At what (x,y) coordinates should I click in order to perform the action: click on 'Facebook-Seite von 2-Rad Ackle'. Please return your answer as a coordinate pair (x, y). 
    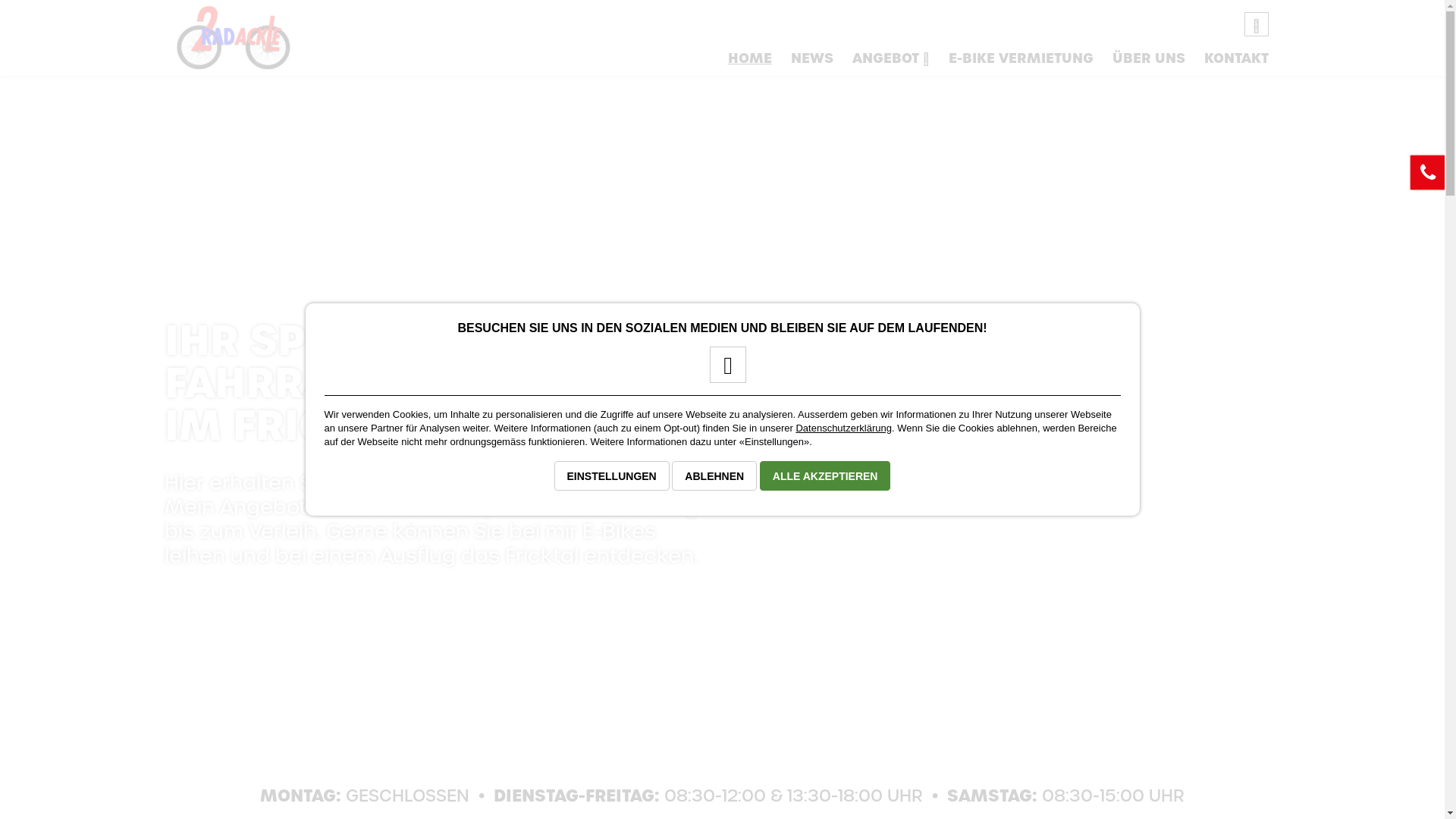
    Looking at the image, I should click on (721, 370).